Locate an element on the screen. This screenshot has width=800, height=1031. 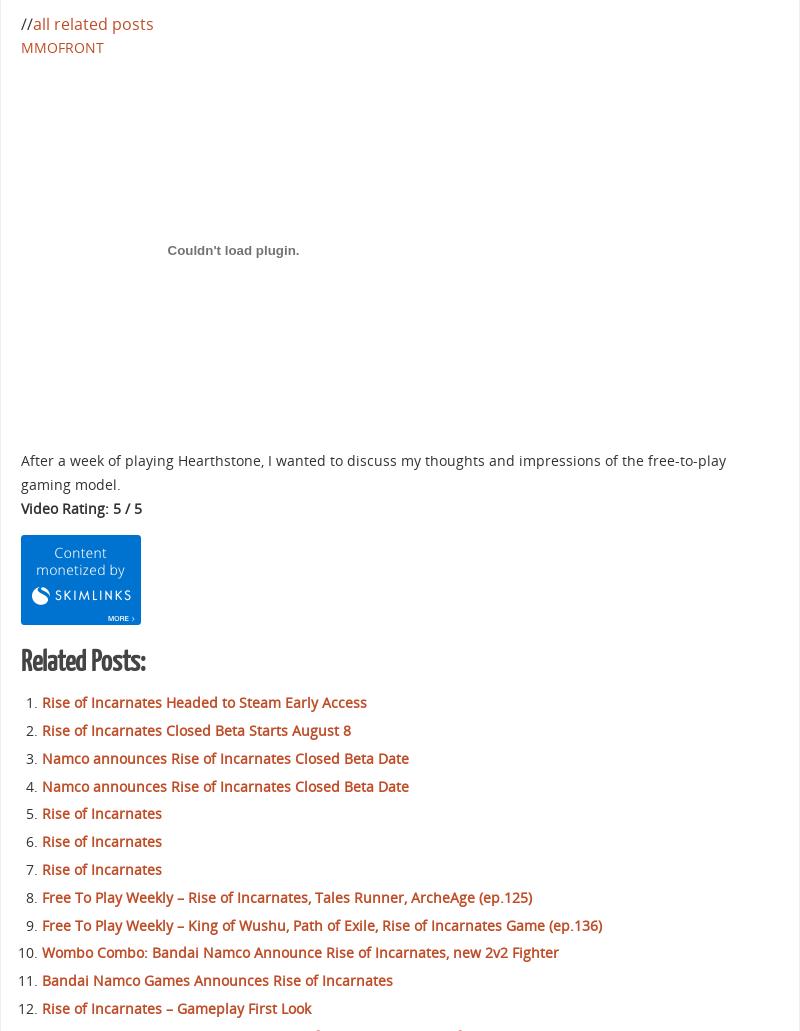
'Free To Play Weekly – King of Wushu, Path of Exile, Rise of Incarnates Game (ep.136)' is located at coordinates (41, 924).